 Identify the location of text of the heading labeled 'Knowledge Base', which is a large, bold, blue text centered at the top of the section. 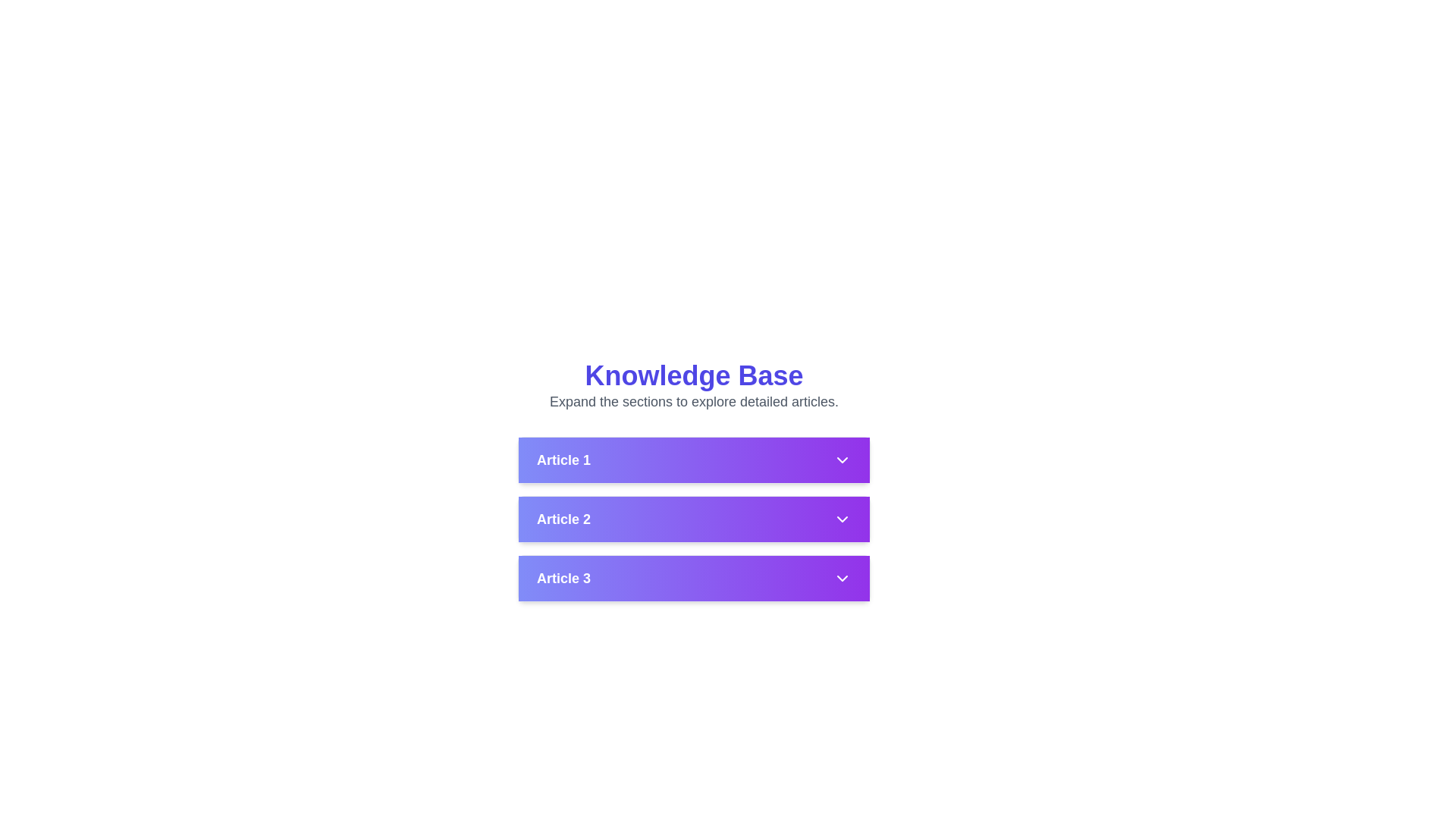
(693, 375).